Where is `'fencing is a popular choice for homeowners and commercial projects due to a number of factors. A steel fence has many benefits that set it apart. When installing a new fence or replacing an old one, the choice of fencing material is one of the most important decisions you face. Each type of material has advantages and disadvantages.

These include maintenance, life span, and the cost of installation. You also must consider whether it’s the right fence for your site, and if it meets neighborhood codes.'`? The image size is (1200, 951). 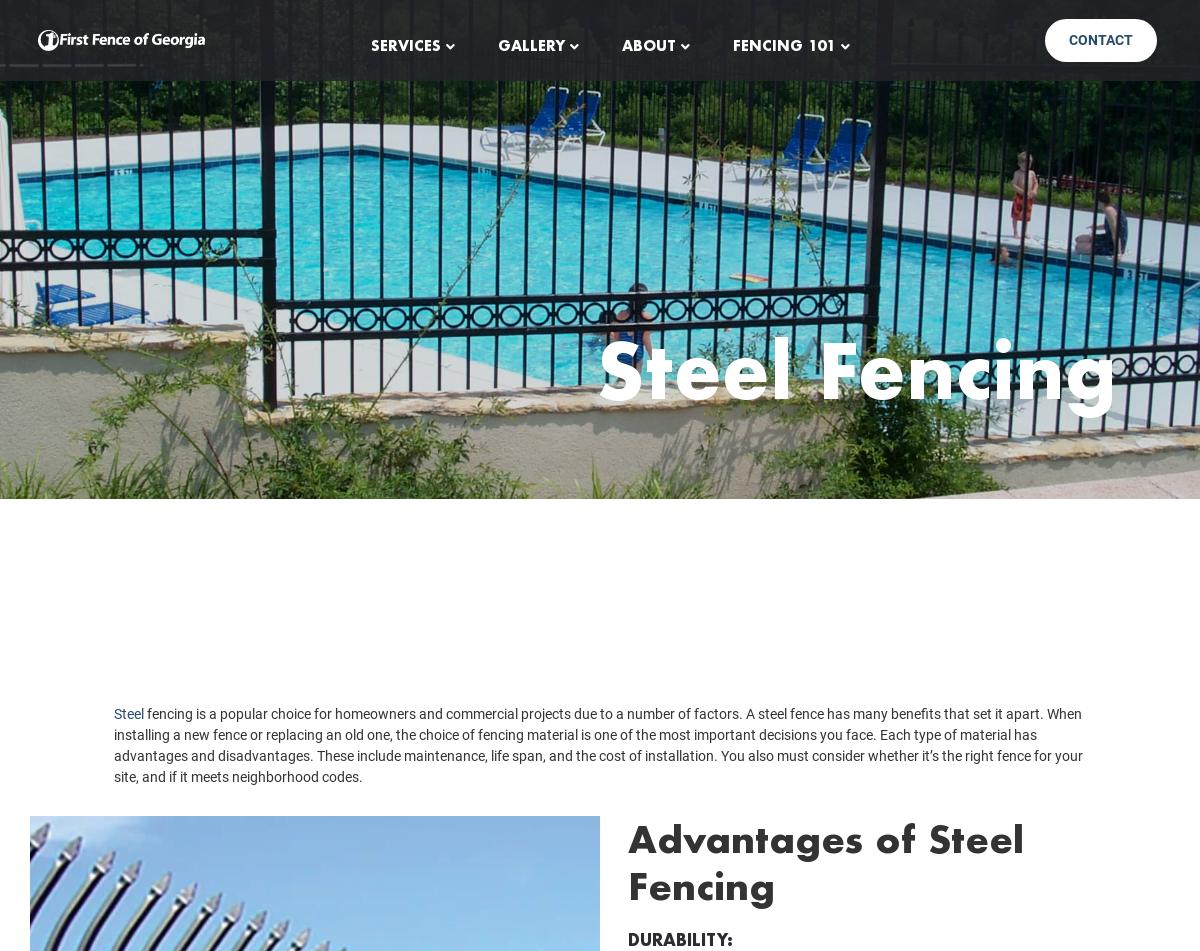
'fencing is a popular choice for homeowners and commercial projects due to a number of factors. A steel fence has many benefits that set it apart. When installing a new fence or replacing an old one, the choice of fencing material is one of the most important decisions you face. Each type of material has advantages and disadvantages.

These include maintenance, life span, and the cost of installation. You also must consider whether it’s the right fence for your site, and if it meets neighborhood codes.' is located at coordinates (597, 773).